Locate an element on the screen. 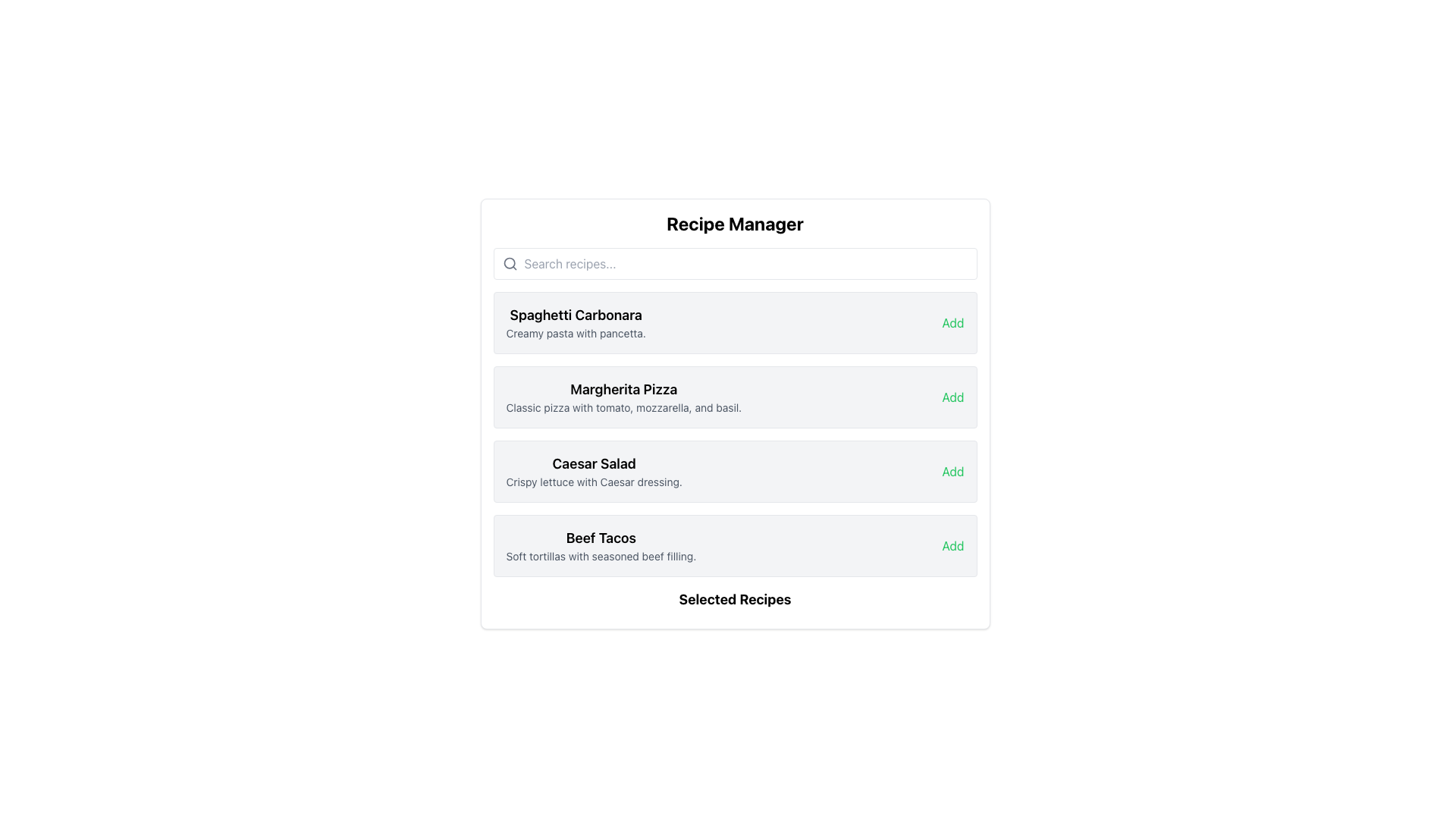 The image size is (1456, 819). the first menu item entry for a featured dish located beneath the search bar is located at coordinates (735, 322).